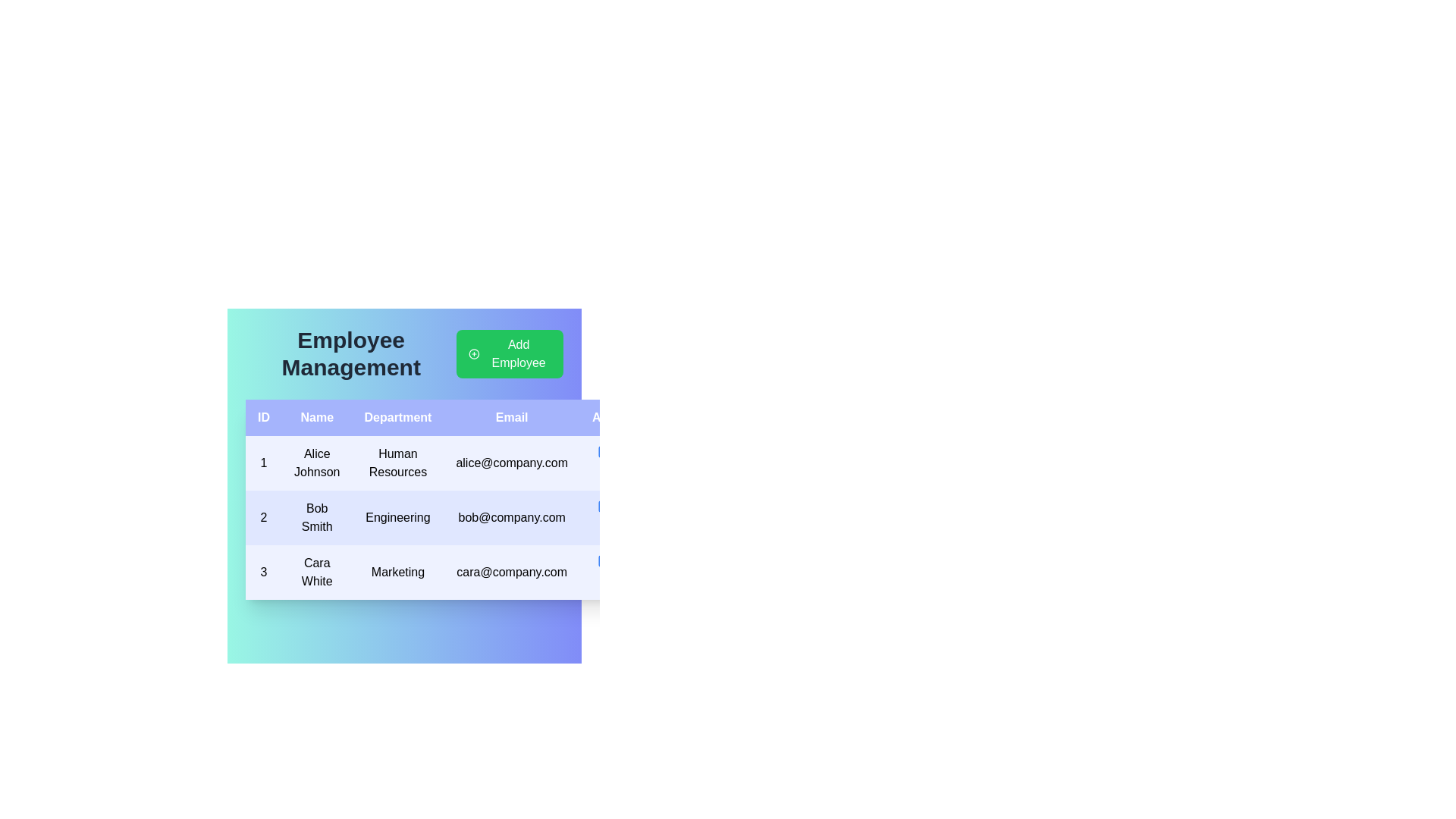 The image size is (1456, 819). I want to click on the first row in the Employee Management table that contains information for 'Alice Johnson', which includes their ID, name, department, and email, so click(446, 462).